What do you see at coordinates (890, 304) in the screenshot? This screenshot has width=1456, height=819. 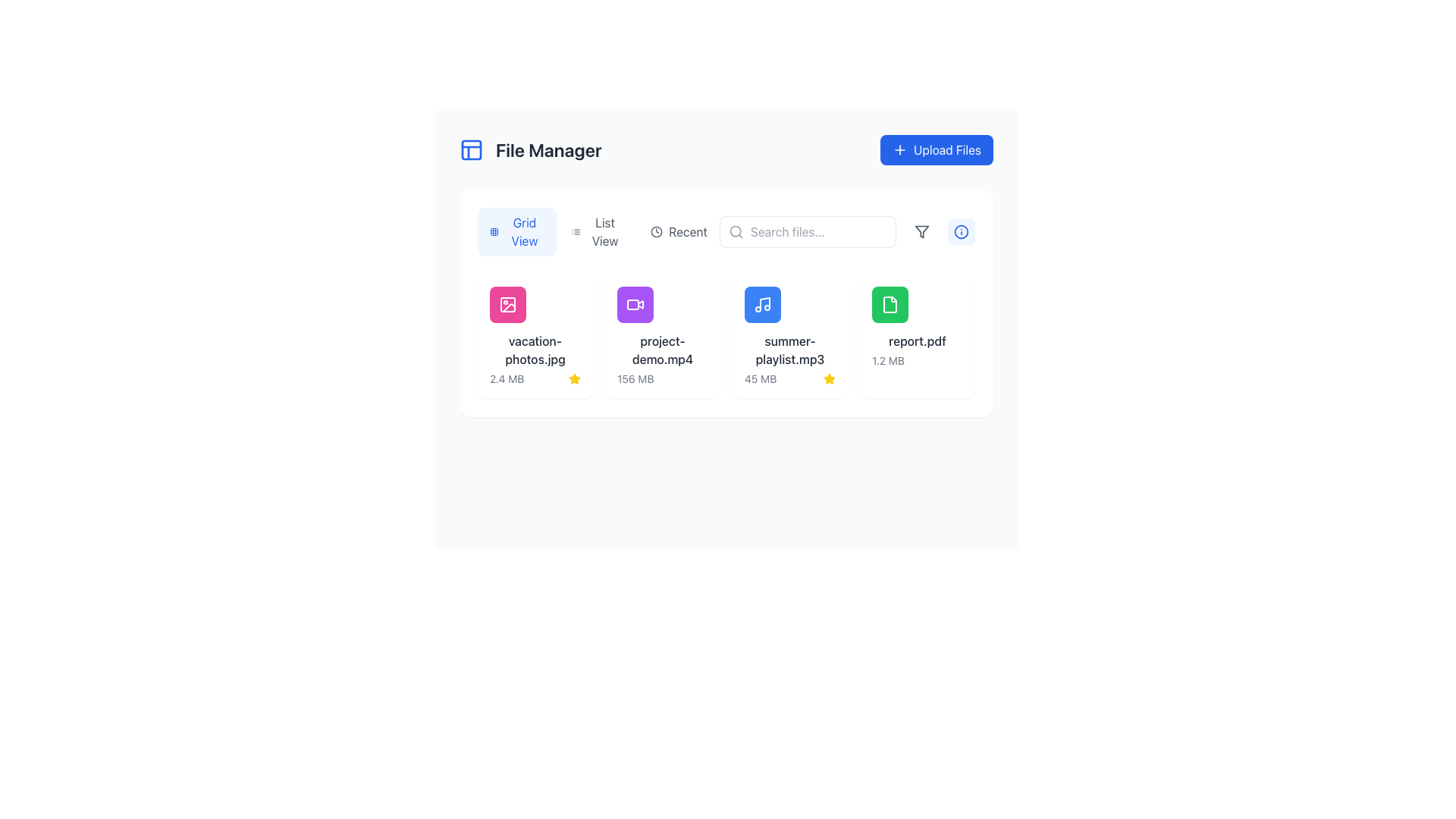 I see `the green square icon button featuring a white file symbol to interact or select the file labeled 'report.pdf - 1.2 MB' located in the bottom right section of the file grid interface` at bounding box center [890, 304].